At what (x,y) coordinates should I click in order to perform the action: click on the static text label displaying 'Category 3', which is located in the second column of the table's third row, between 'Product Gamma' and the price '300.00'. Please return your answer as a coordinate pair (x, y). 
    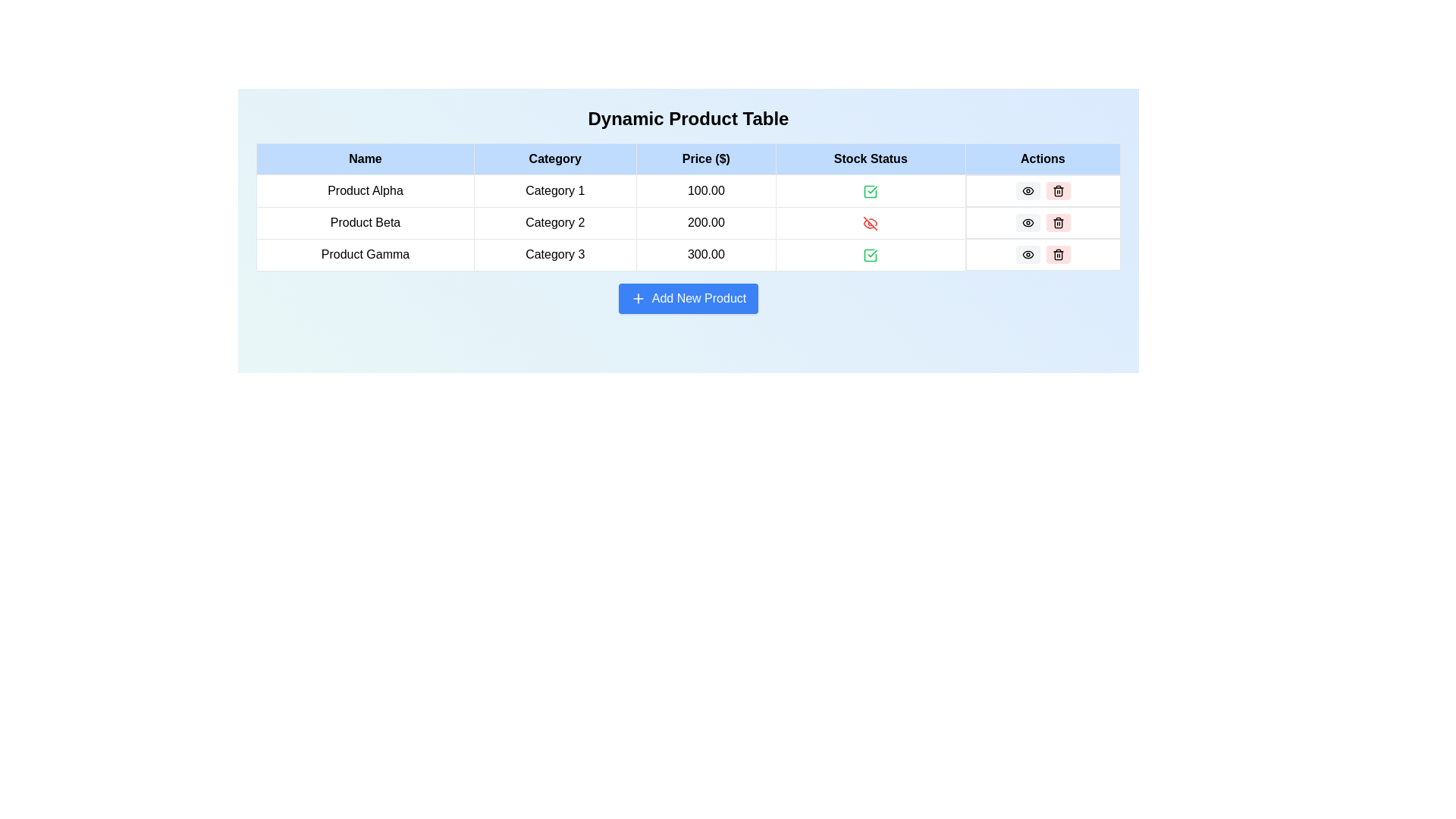
    Looking at the image, I should click on (554, 253).